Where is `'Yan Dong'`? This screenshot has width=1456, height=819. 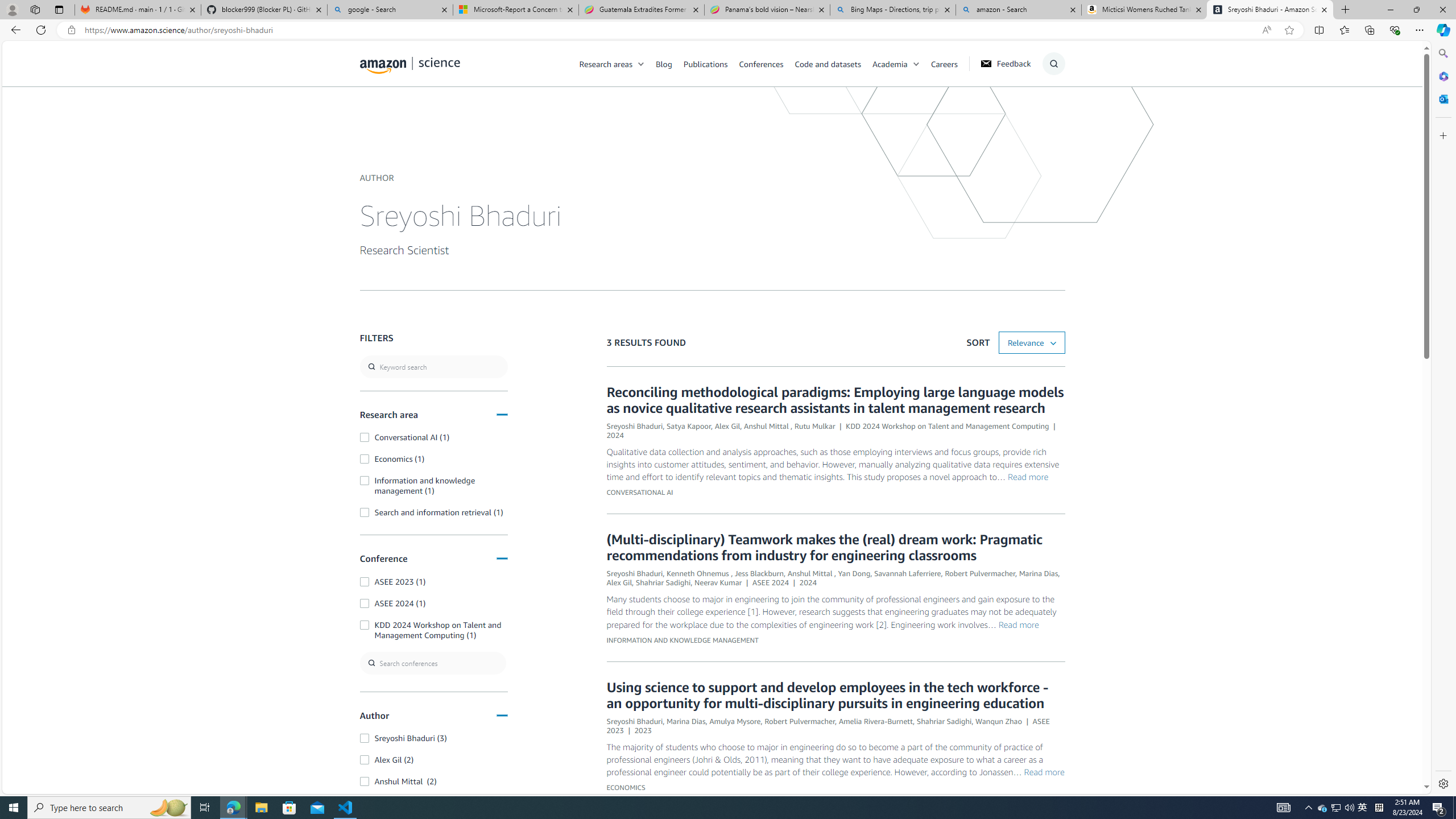 'Yan Dong' is located at coordinates (853, 573).